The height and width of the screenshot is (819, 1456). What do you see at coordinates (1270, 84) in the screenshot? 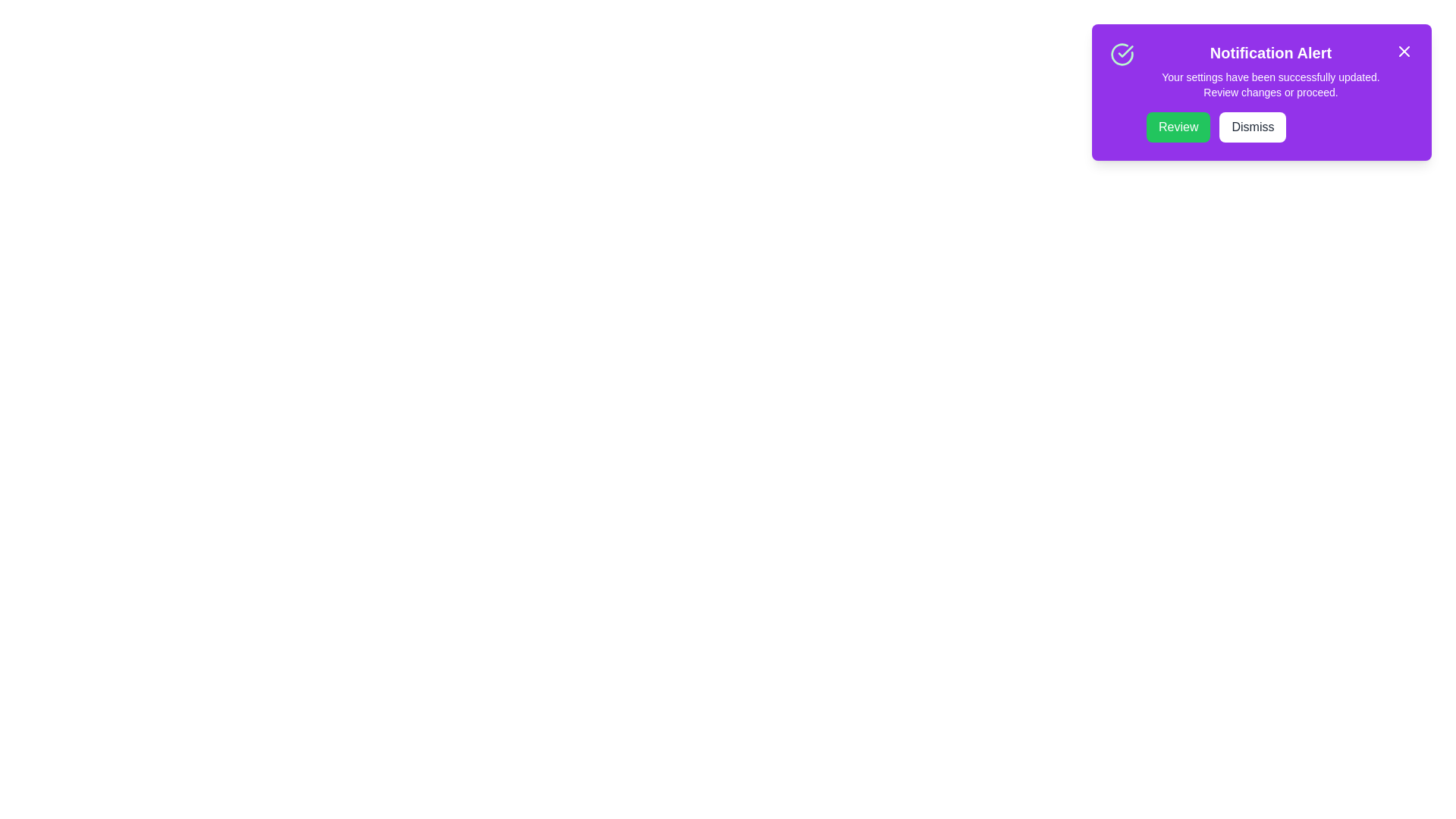
I see `message content of the text block that informs the user about the successful update of settings, located below the 'Notification Alert' title and above the 'Review' and 'Dismiss' buttons` at bounding box center [1270, 84].